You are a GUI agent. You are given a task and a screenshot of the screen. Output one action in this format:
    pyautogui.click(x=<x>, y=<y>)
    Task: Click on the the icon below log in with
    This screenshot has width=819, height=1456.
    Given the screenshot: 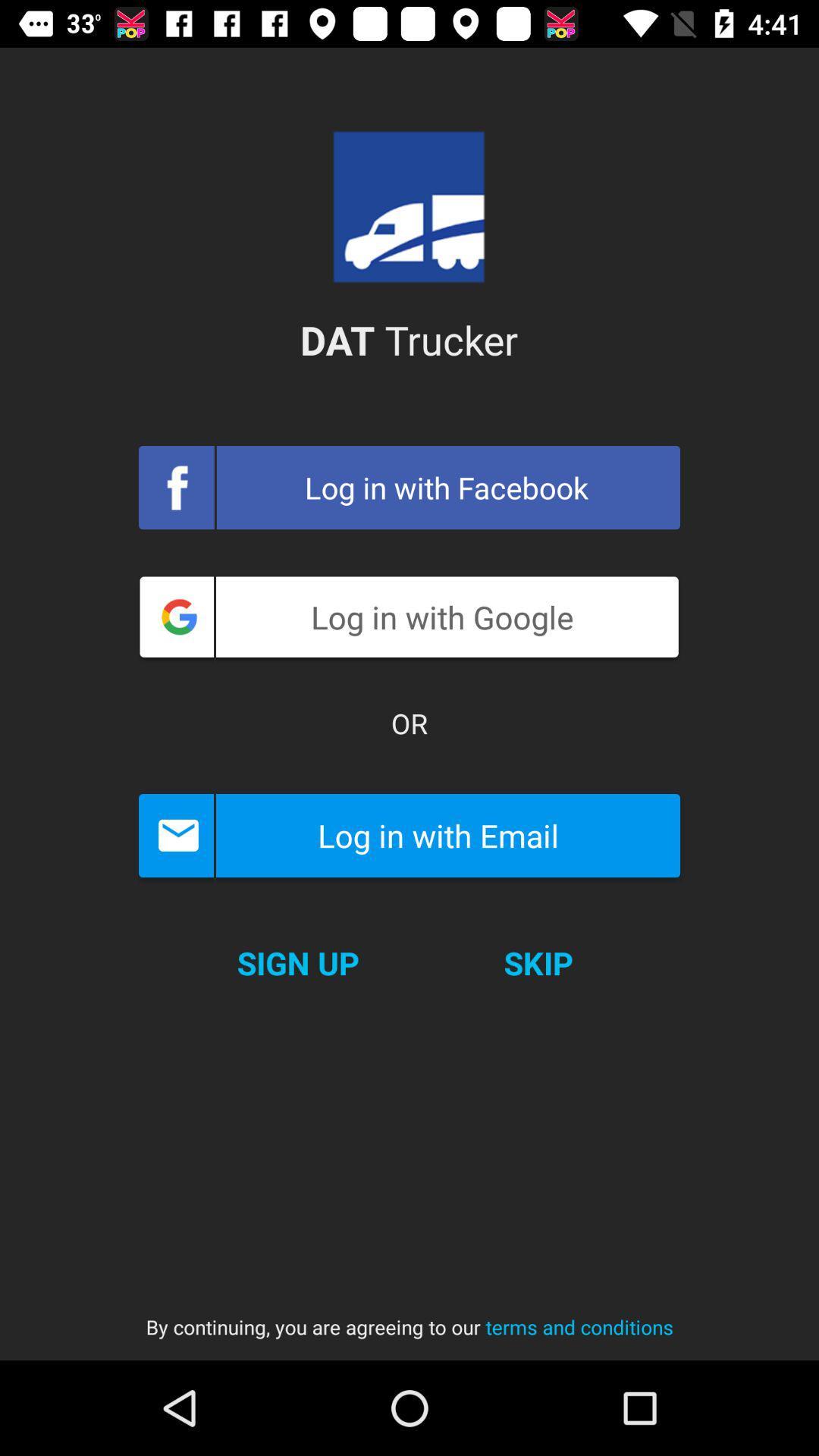 What is the action you would take?
    pyautogui.click(x=298, y=962)
    